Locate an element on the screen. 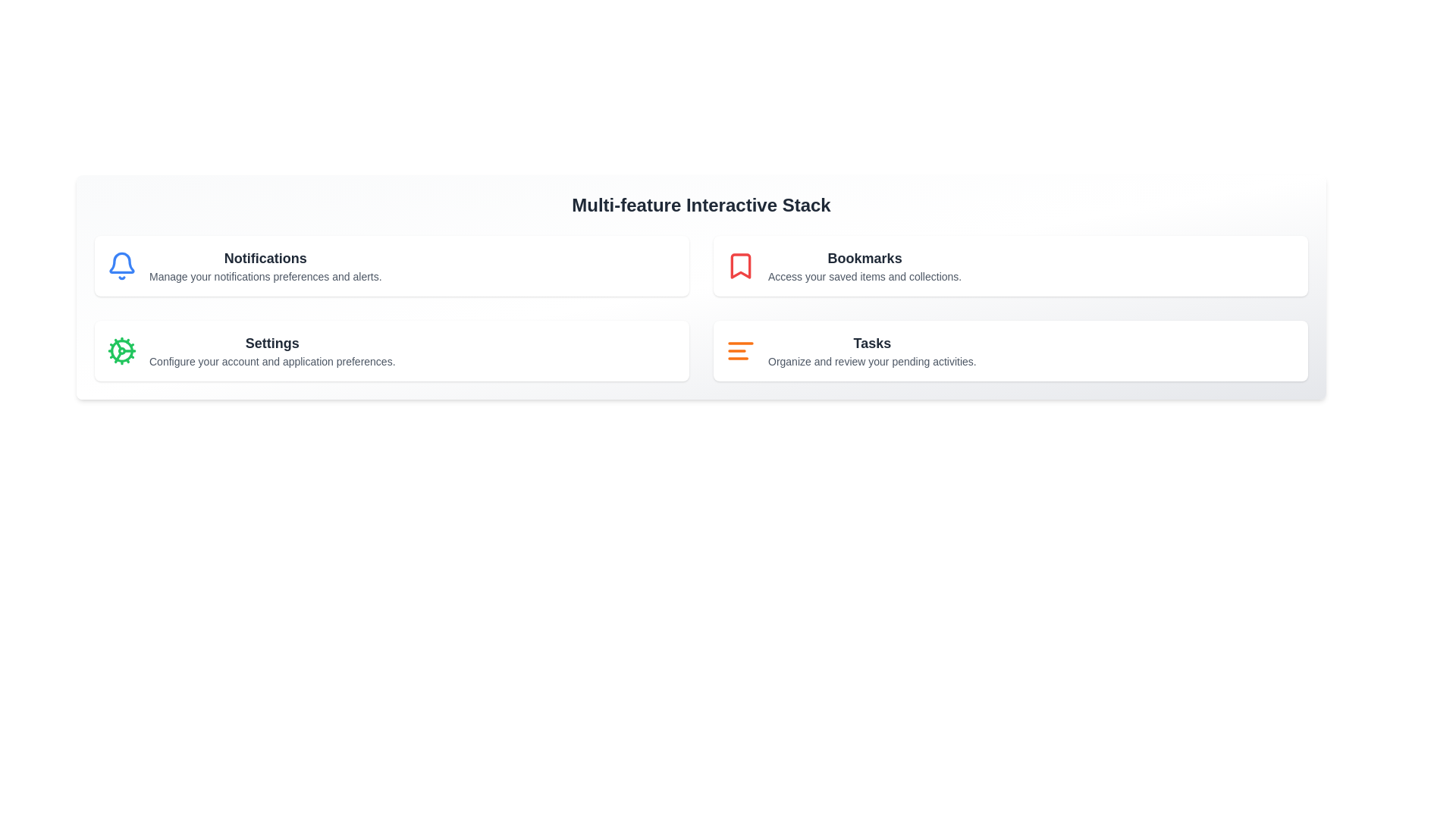 This screenshot has height=819, width=1456. the circular component of the cogwheel icon which has a green border and a central white area, located in the 'Settings' section is located at coordinates (122, 350).